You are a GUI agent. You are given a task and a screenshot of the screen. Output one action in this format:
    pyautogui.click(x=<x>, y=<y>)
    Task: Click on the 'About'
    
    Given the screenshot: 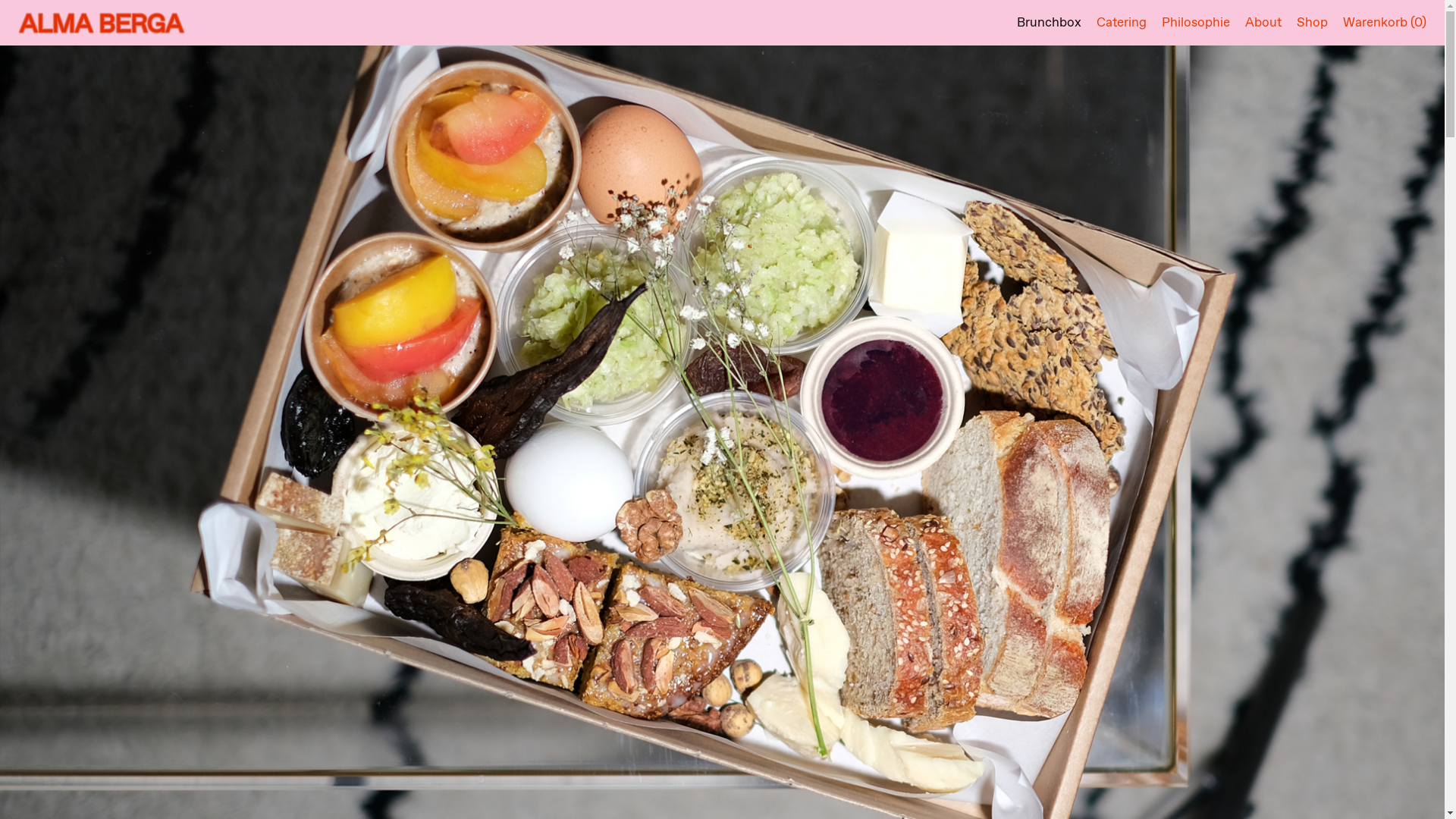 What is the action you would take?
    pyautogui.click(x=1244, y=23)
    